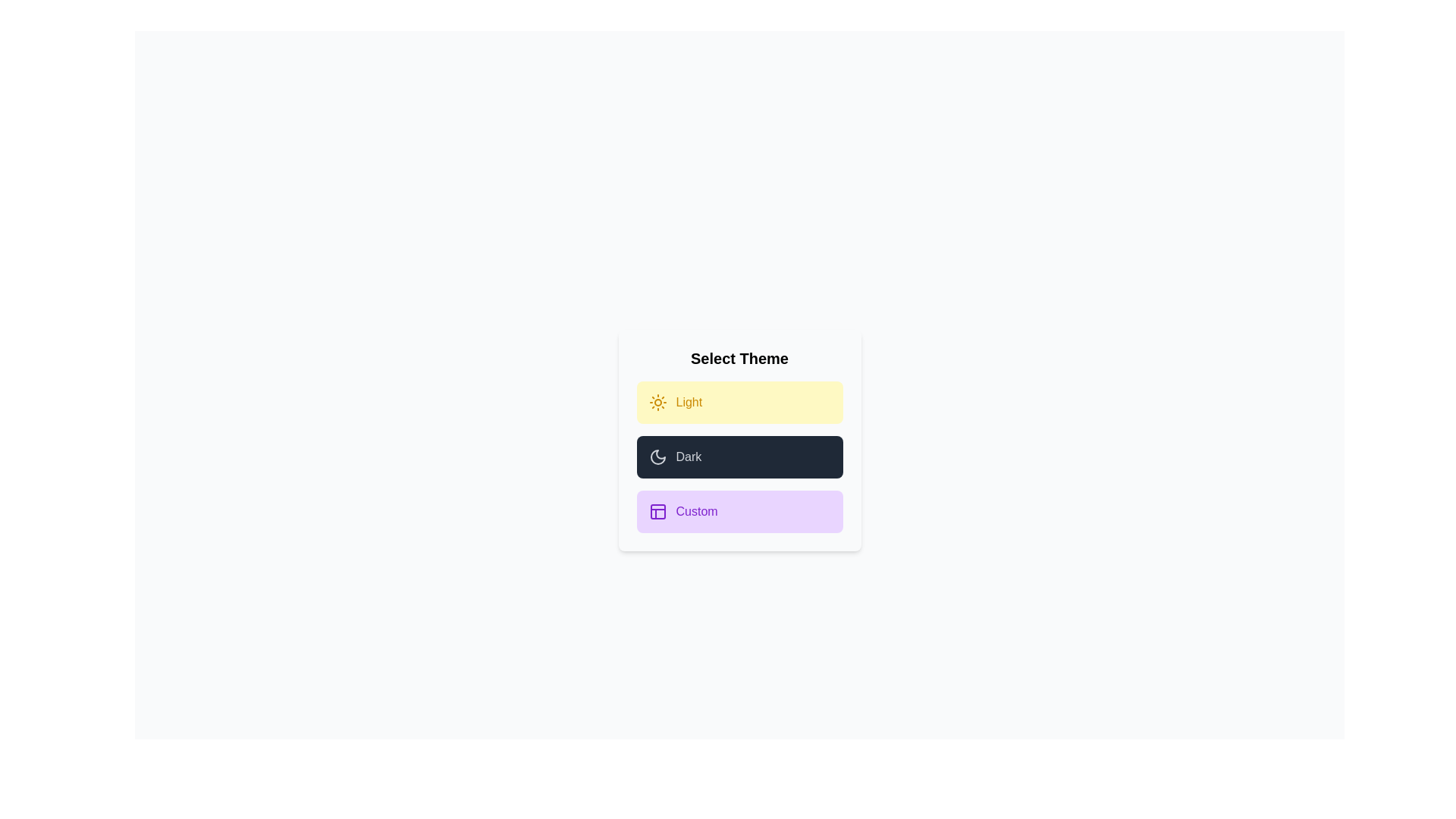 The image size is (1456, 819). Describe the element at coordinates (739, 456) in the screenshot. I see `the 'Dark' theme selection button, which is the middle option in a vertical list of three buttons, positioned below the 'Light' button and above the 'Custom' button` at that location.